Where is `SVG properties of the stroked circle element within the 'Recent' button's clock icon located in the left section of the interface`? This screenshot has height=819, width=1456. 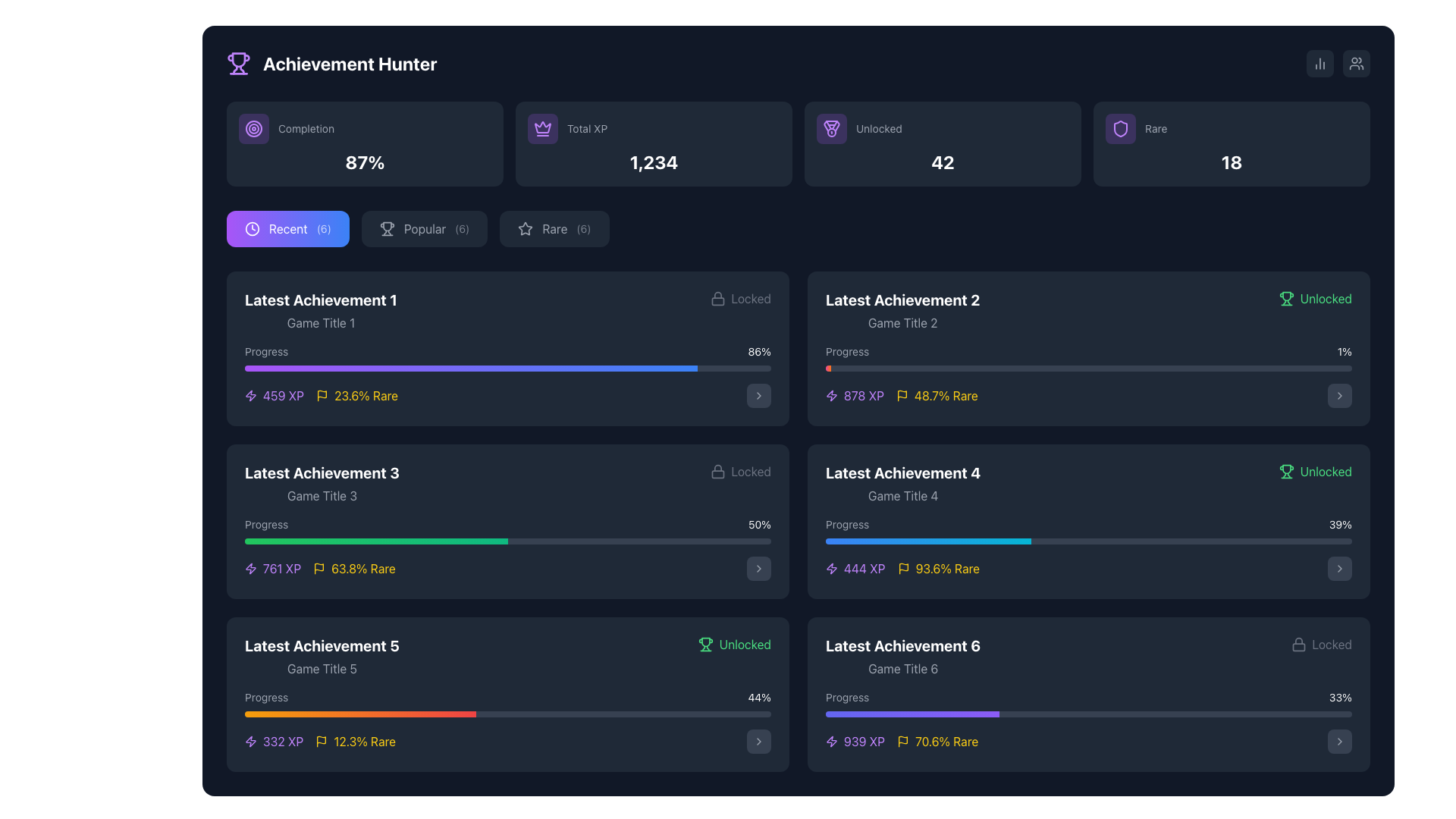
SVG properties of the stroked circle element within the 'Recent' button's clock icon located in the left section of the interface is located at coordinates (252, 228).